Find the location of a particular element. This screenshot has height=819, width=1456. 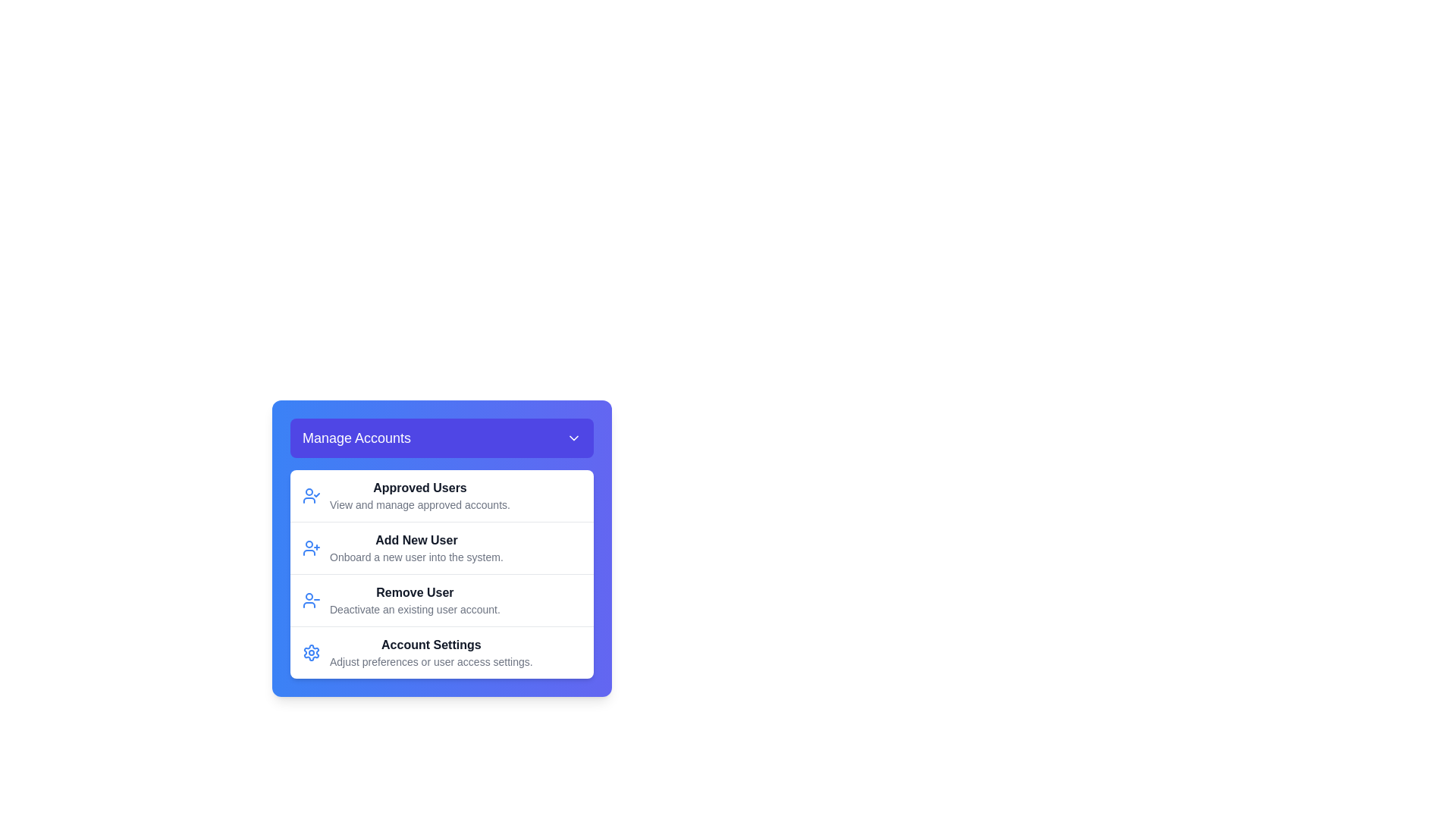

the 'Approved Users' icon located to the left of the text 'Approved Users' and above the description 'View and manage approved accounts' is located at coordinates (311, 496).